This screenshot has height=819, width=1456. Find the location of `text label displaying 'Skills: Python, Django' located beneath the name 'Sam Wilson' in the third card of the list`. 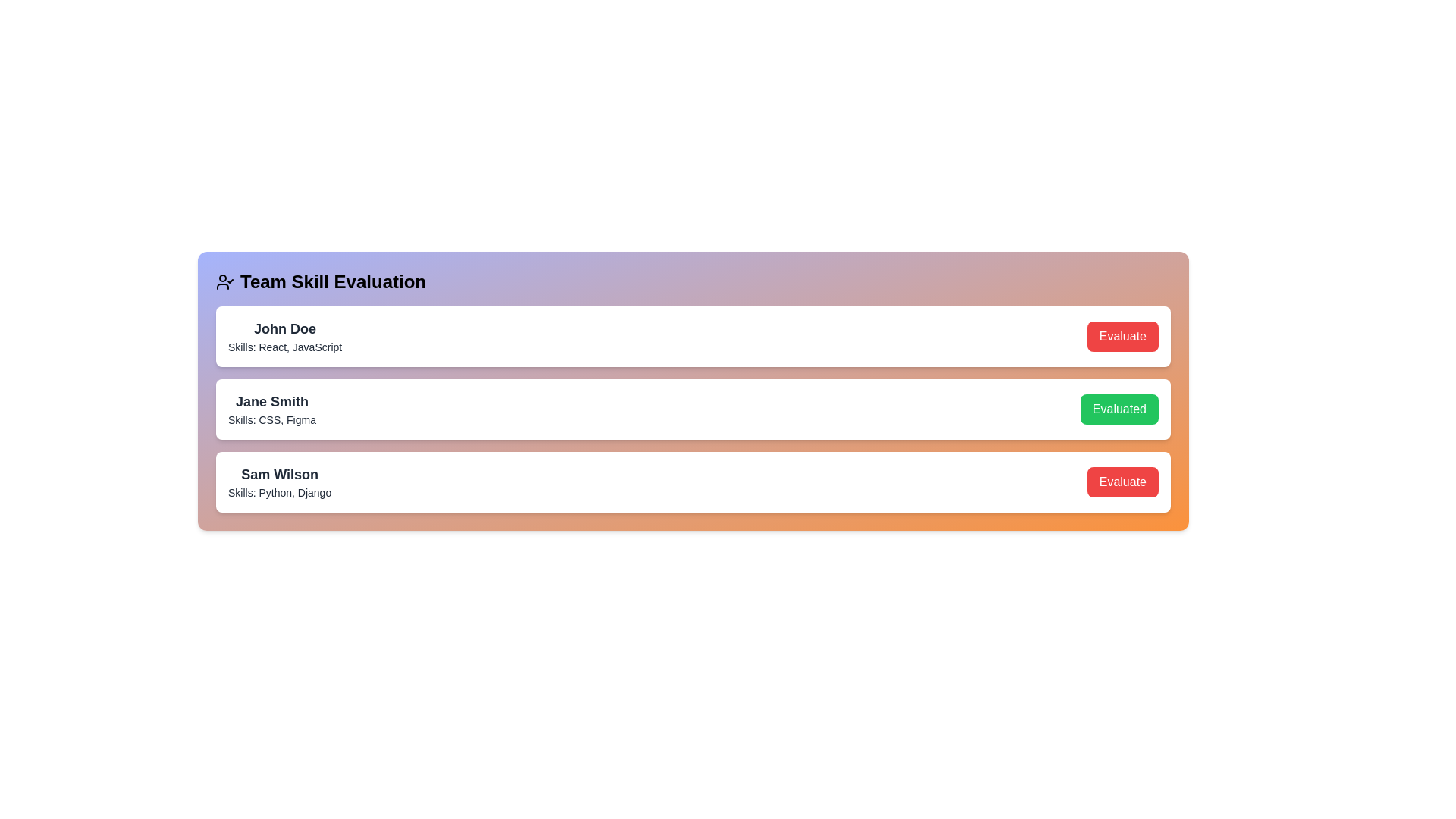

text label displaying 'Skills: Python, Django' located beneath the name 'Sam Wilson' in the third card of the list is located at coordinates (280, 493).